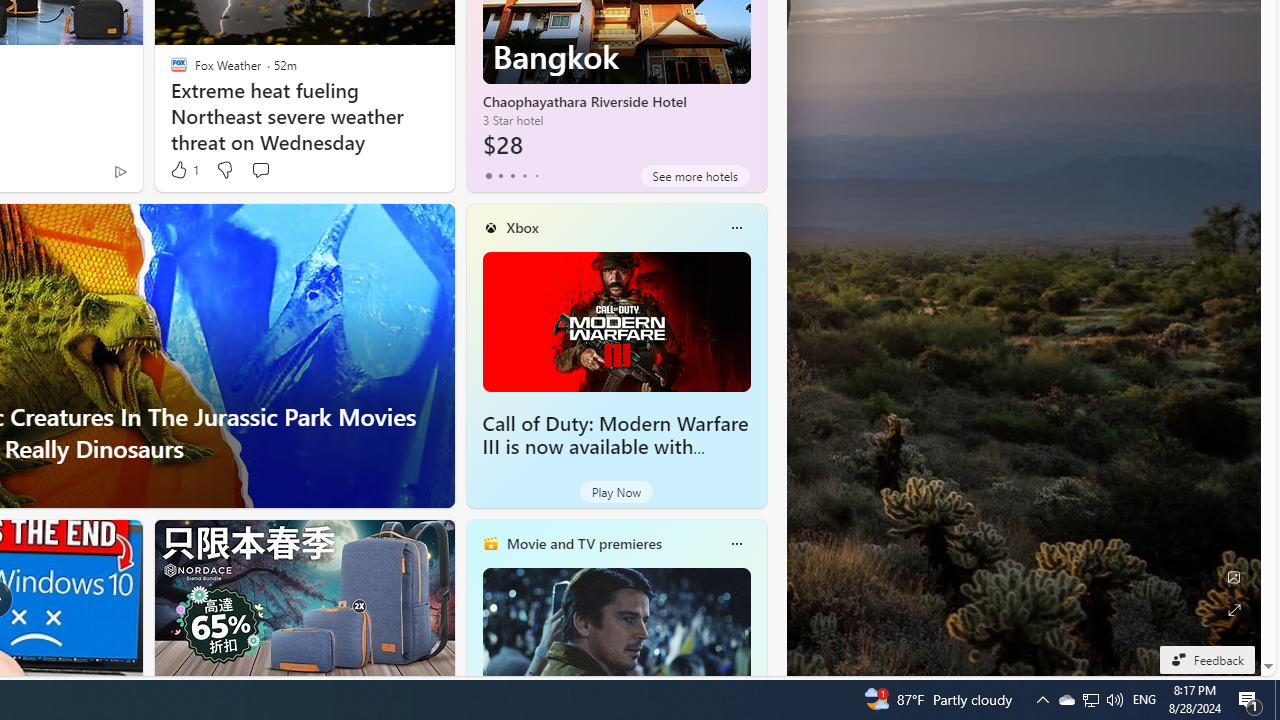  I want to click on 'Play Now', so click(615, 492).